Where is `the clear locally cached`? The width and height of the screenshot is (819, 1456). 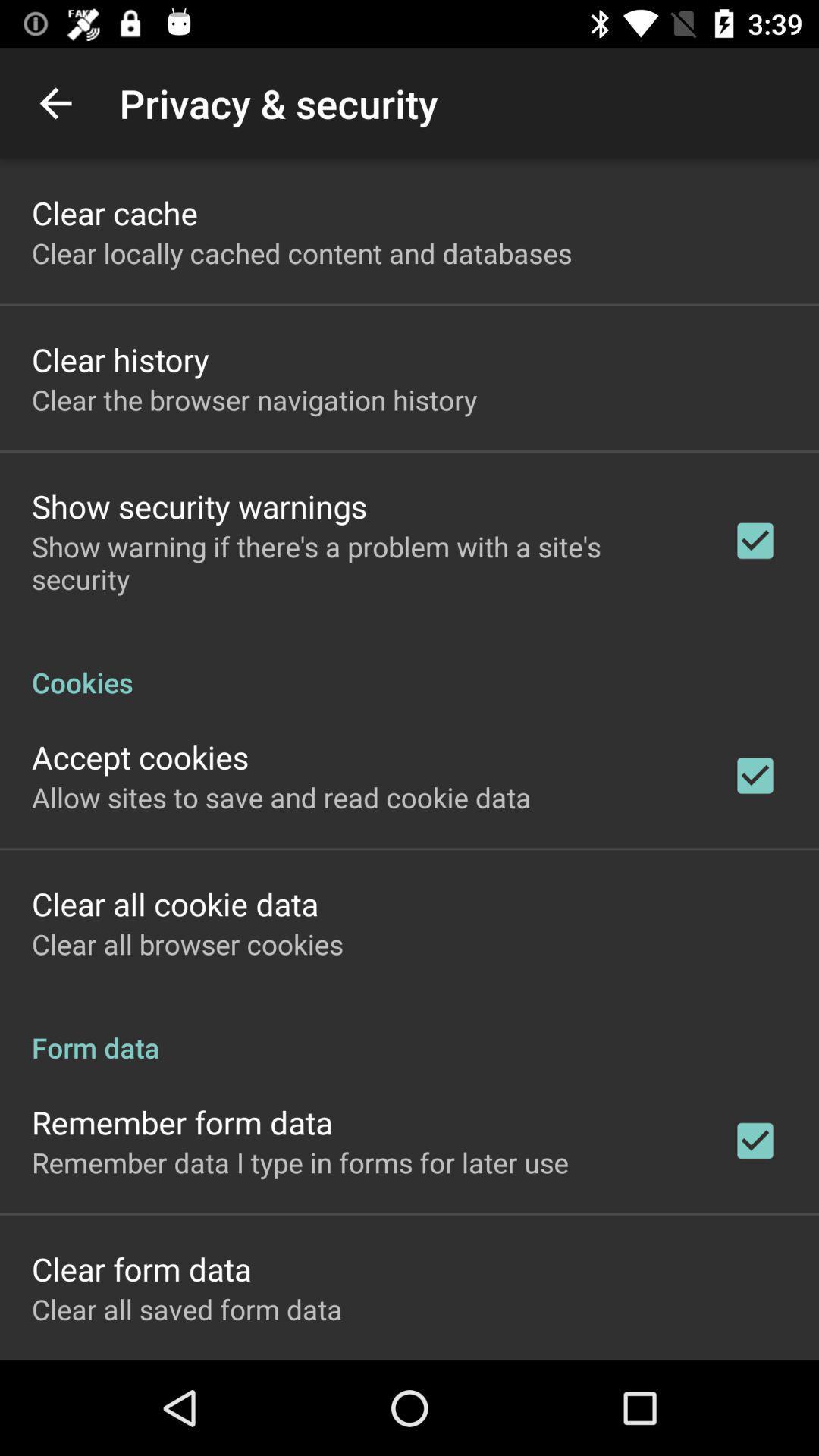 the clear locally cached is located at coordinates (302, 253).